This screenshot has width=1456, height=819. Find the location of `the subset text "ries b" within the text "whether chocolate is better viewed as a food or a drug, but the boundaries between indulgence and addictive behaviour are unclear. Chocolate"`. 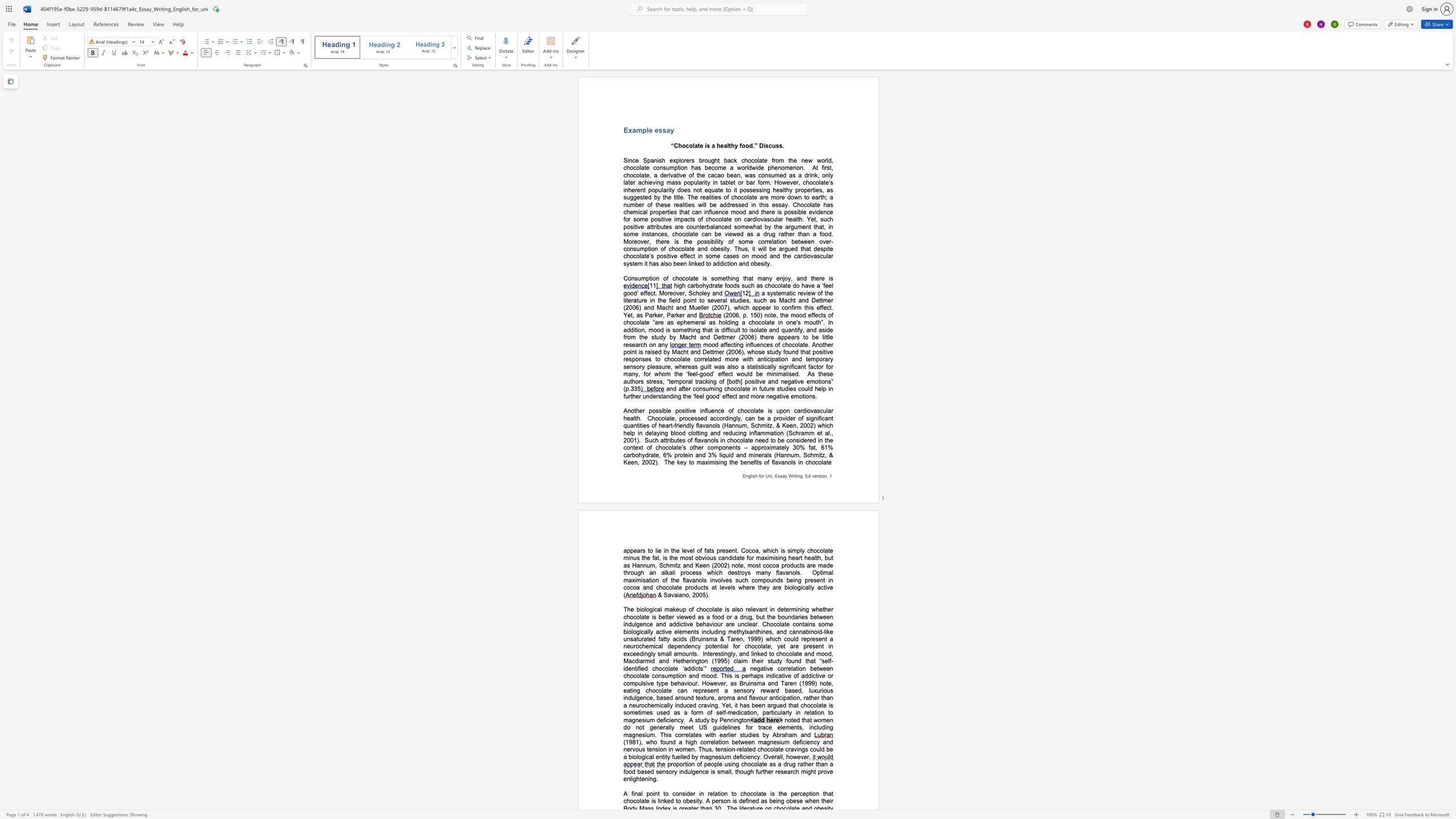

the subset text "ries b" within the text "whether chocolate is better viewed as a food or a drug, but the boundaries between indulgence and addictive behaviour are unclear. Chocolate" is located at coordinates (798, 617).